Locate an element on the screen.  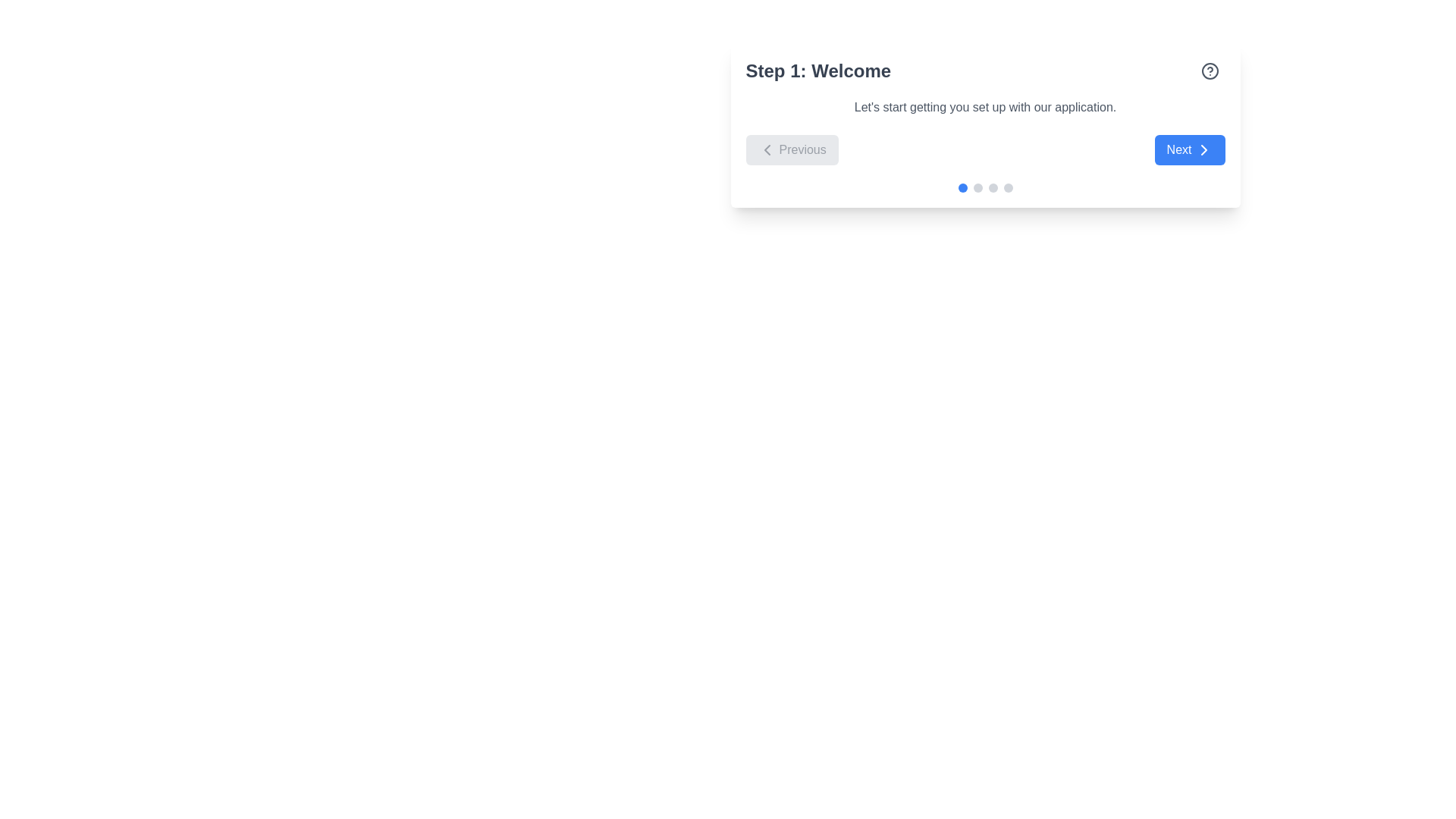
the progress indicator consisting of four circular indicators, where the first circle is blue indicating the active state, to determine the current step in the welcome process is located at coordinates (985, 187).